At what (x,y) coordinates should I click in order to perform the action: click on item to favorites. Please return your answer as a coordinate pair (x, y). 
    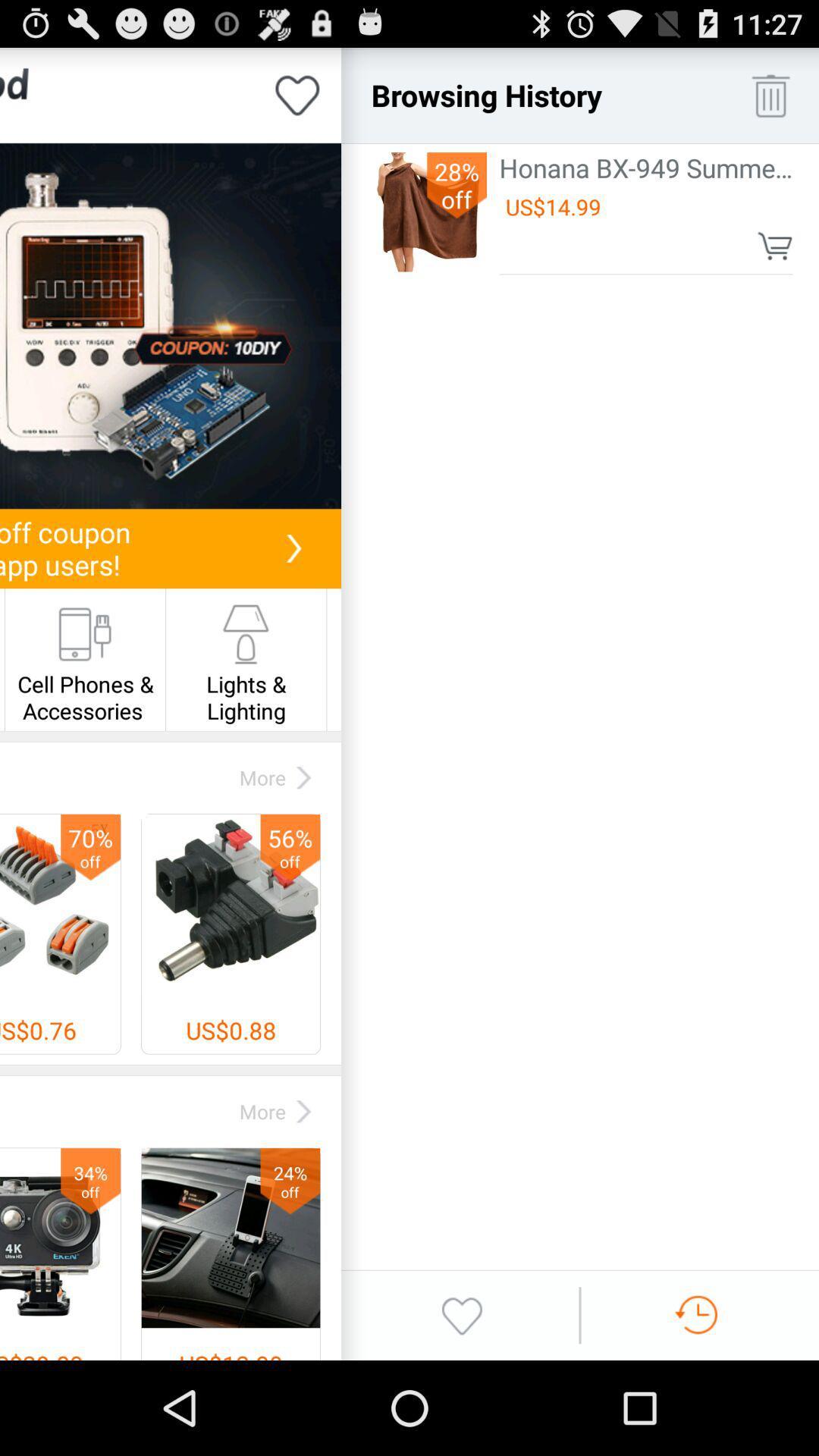
    Looking at the image, I should click on (297, 94).